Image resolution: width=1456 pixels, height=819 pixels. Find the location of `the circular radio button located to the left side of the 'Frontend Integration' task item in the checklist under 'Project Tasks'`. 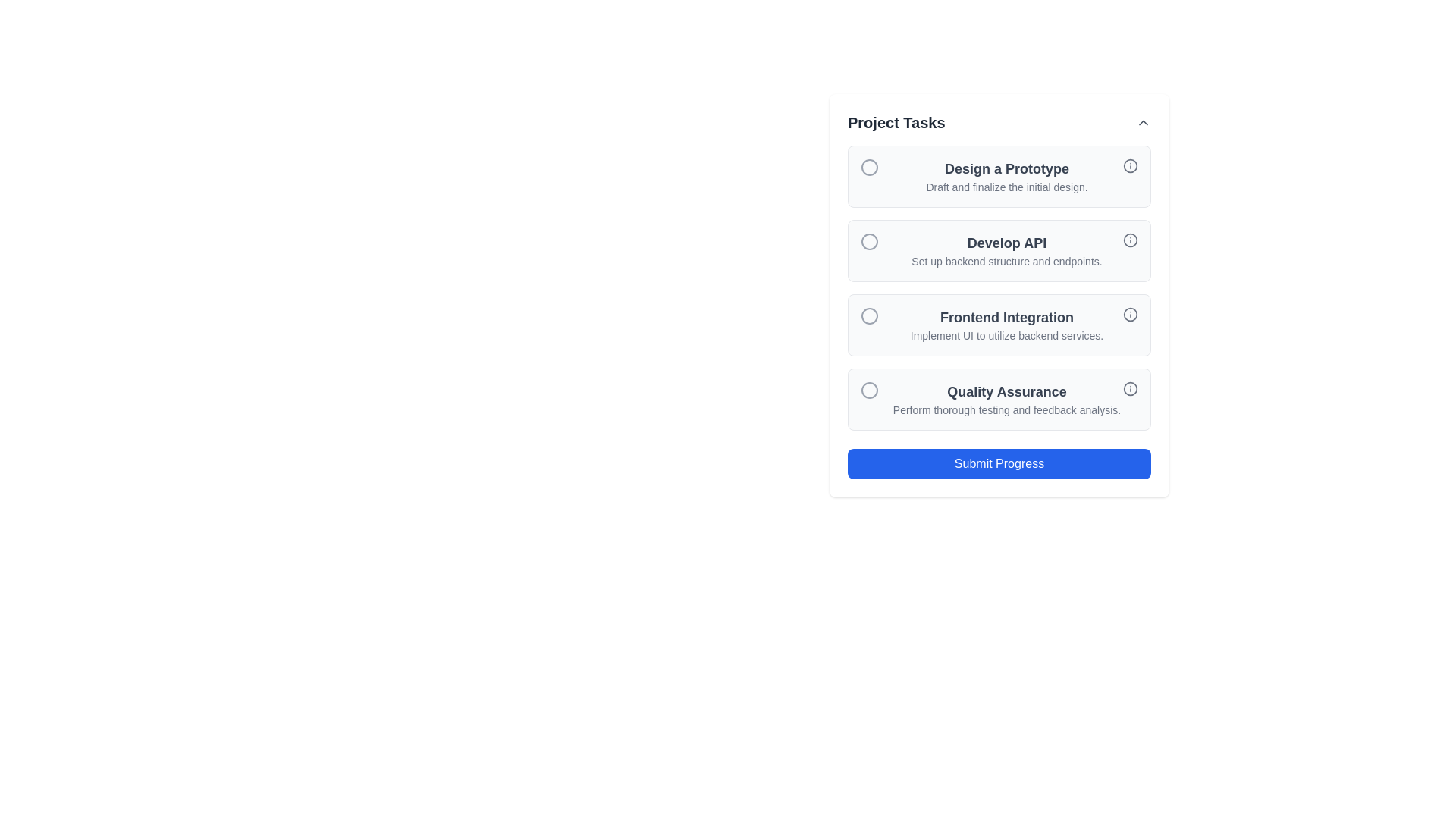

the circular radio button located to the left side of the 'Frontend Integration' task item in the checklist under 'Project Tasks' is located at coordinates (870, 315).